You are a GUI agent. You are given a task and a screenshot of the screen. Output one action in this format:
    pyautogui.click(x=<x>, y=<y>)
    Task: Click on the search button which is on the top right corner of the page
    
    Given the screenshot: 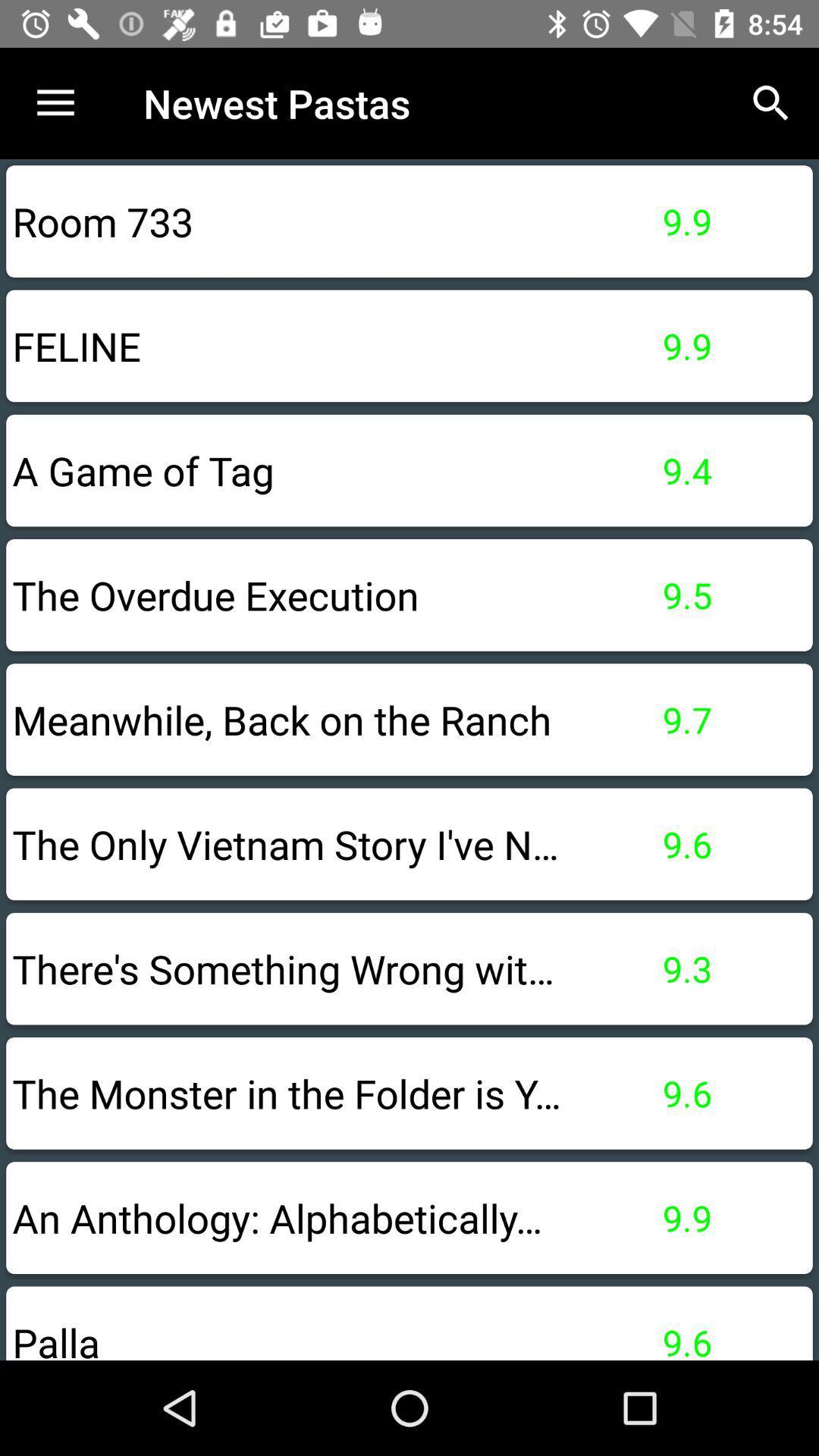 What is the action you would take?
    pyautogui.click(x=771, y=103)
    